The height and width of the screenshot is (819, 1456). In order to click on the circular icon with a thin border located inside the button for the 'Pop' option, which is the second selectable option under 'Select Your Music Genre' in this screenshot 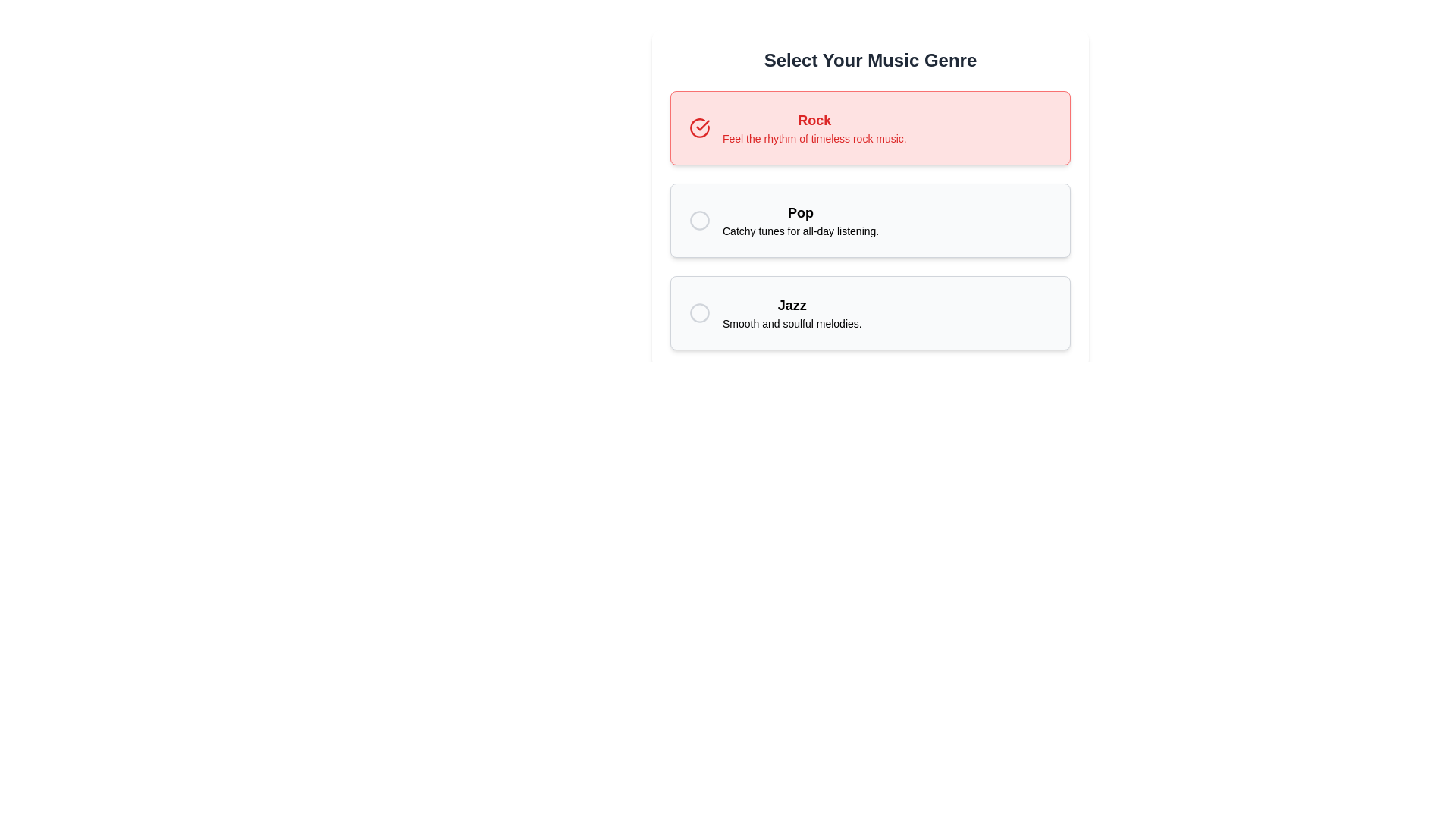, I will do `click(698, 220)`.